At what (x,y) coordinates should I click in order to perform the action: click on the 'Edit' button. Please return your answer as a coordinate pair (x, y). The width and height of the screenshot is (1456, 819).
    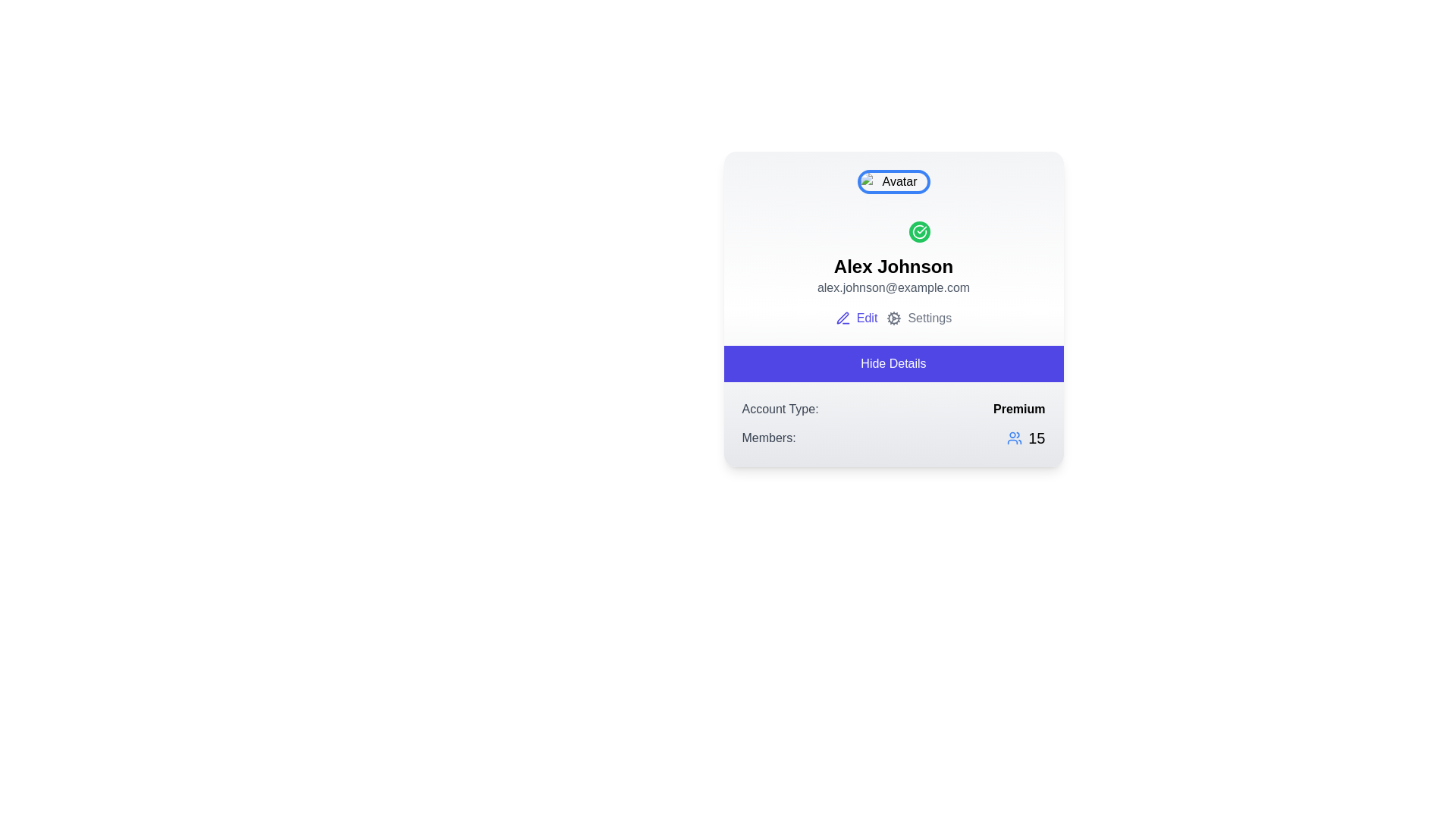
    Looking at the image, I should click on (856, 318).